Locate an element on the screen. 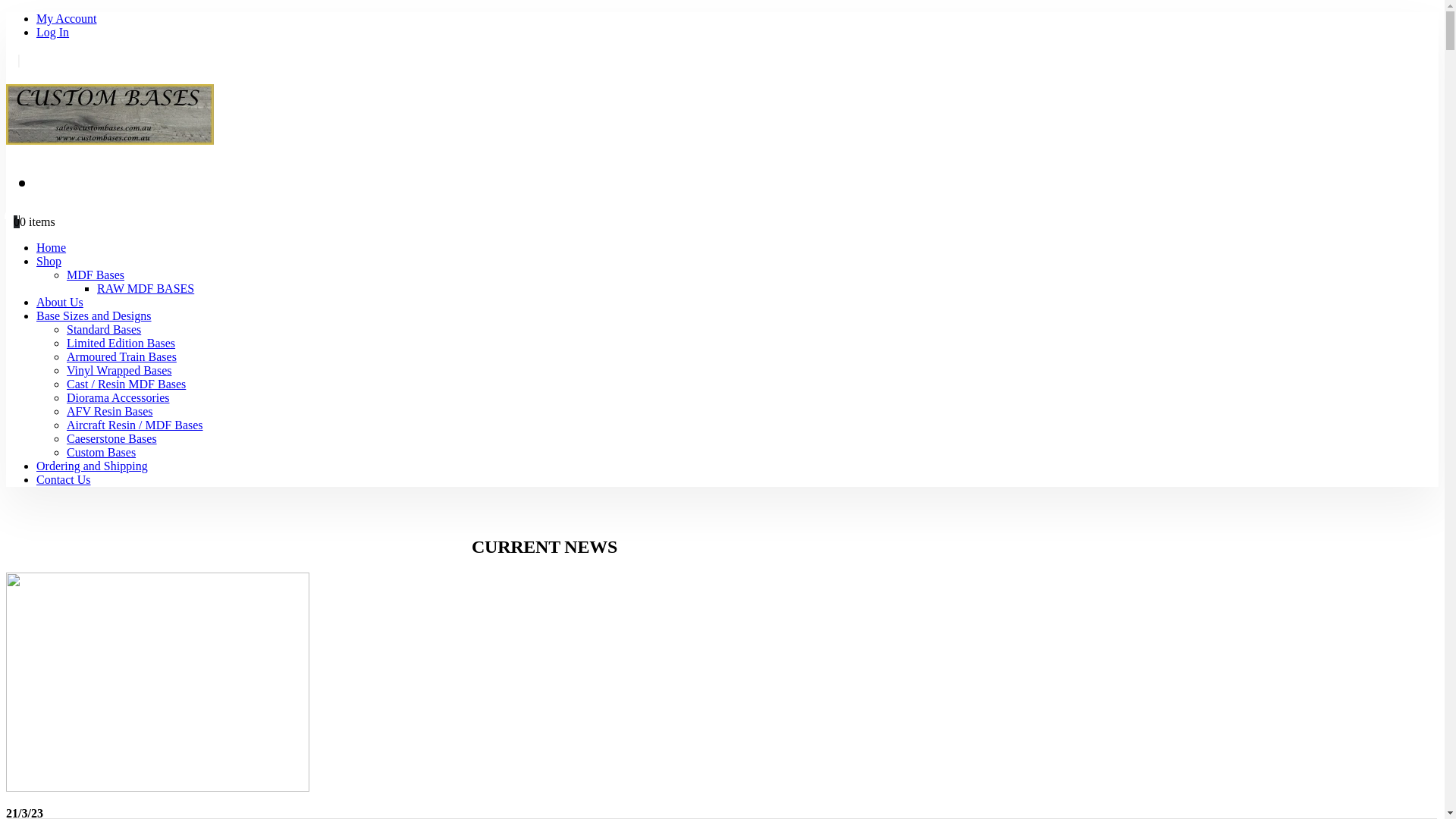  'Limited Edition Bases' is located at coordinates (65, 343).